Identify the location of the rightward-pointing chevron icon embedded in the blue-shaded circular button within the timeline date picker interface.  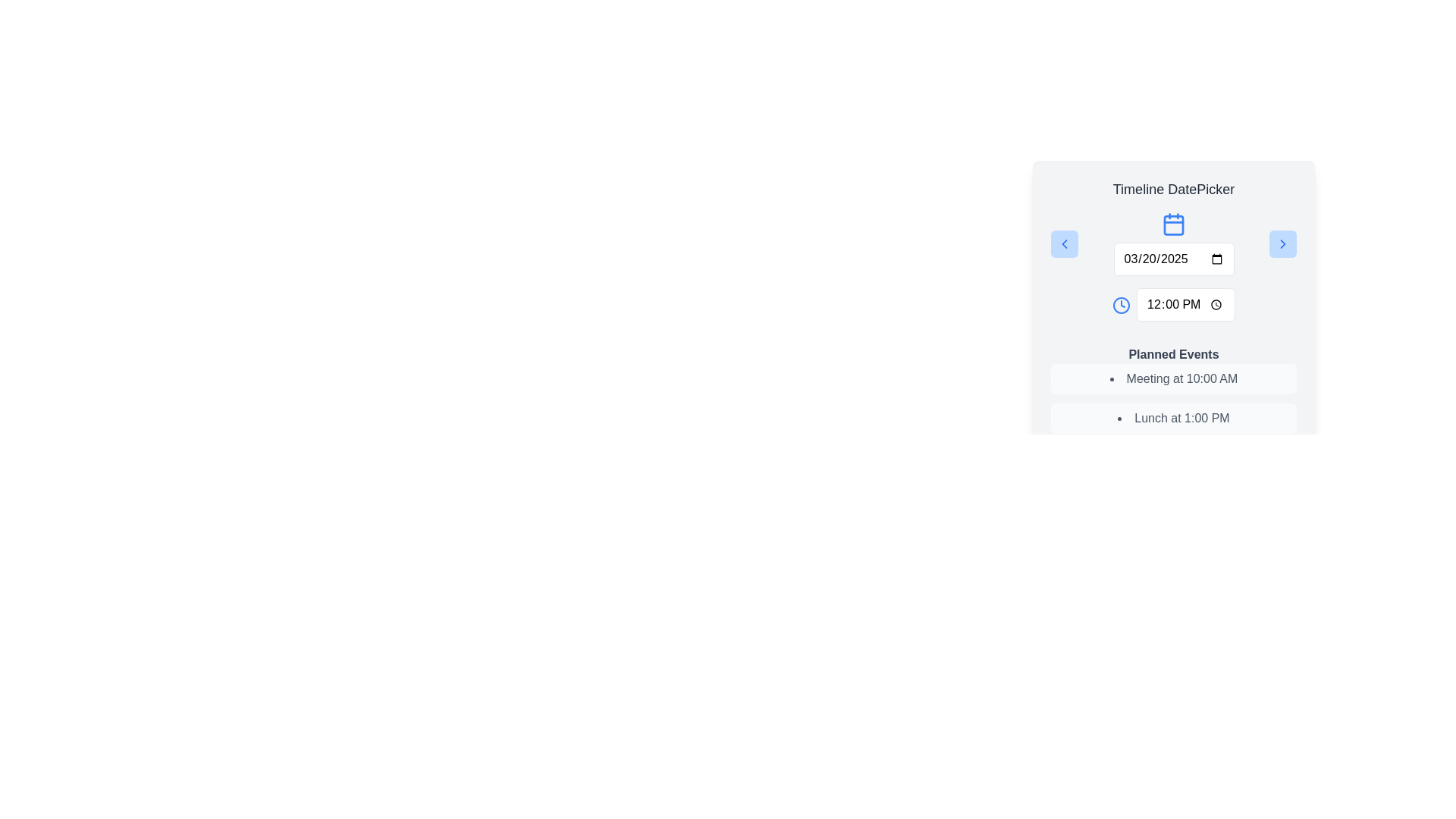
(1282, 243).